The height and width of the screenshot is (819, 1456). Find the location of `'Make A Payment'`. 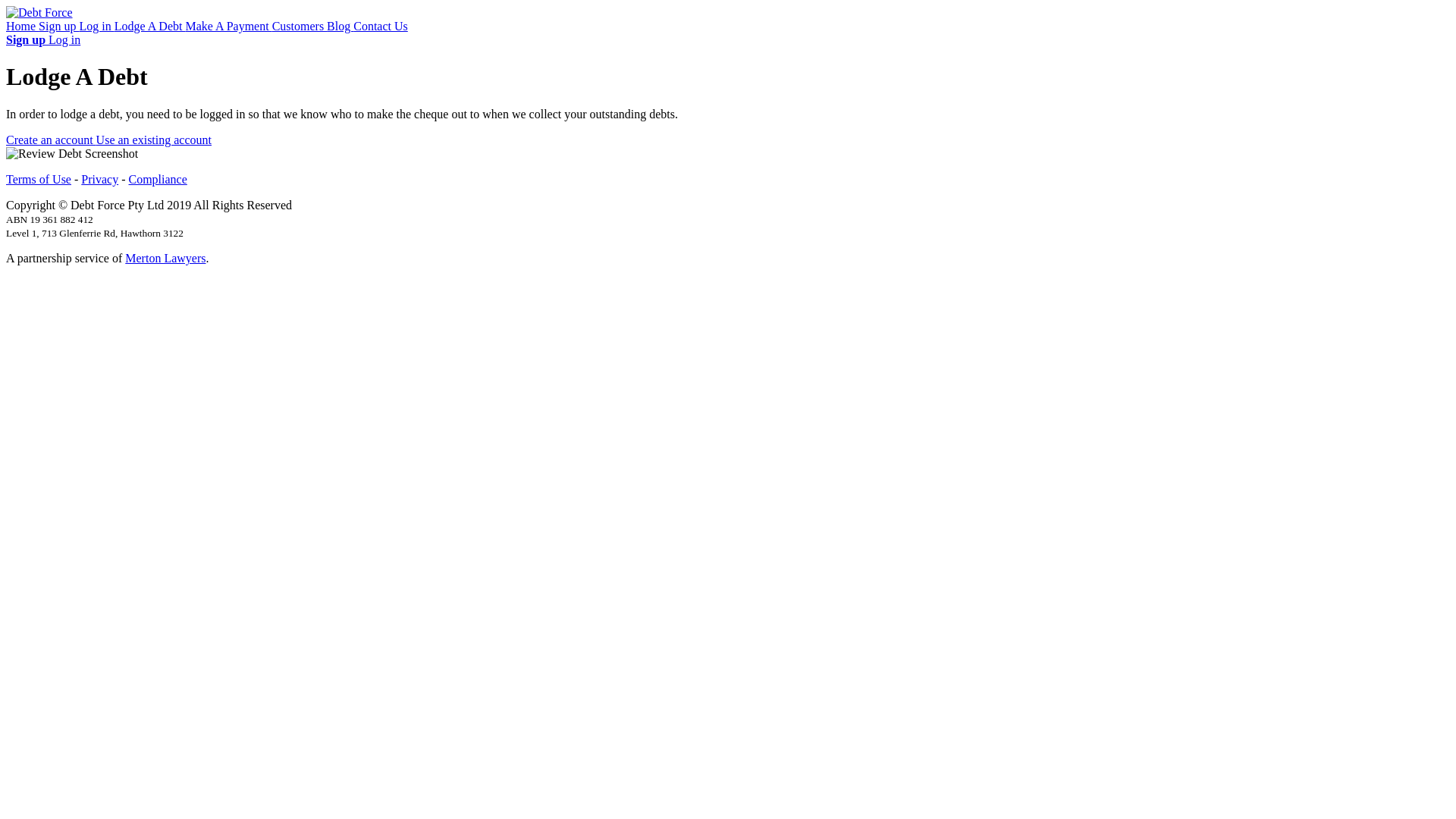

'Make A Payment' is located at coordinates (227, 26).